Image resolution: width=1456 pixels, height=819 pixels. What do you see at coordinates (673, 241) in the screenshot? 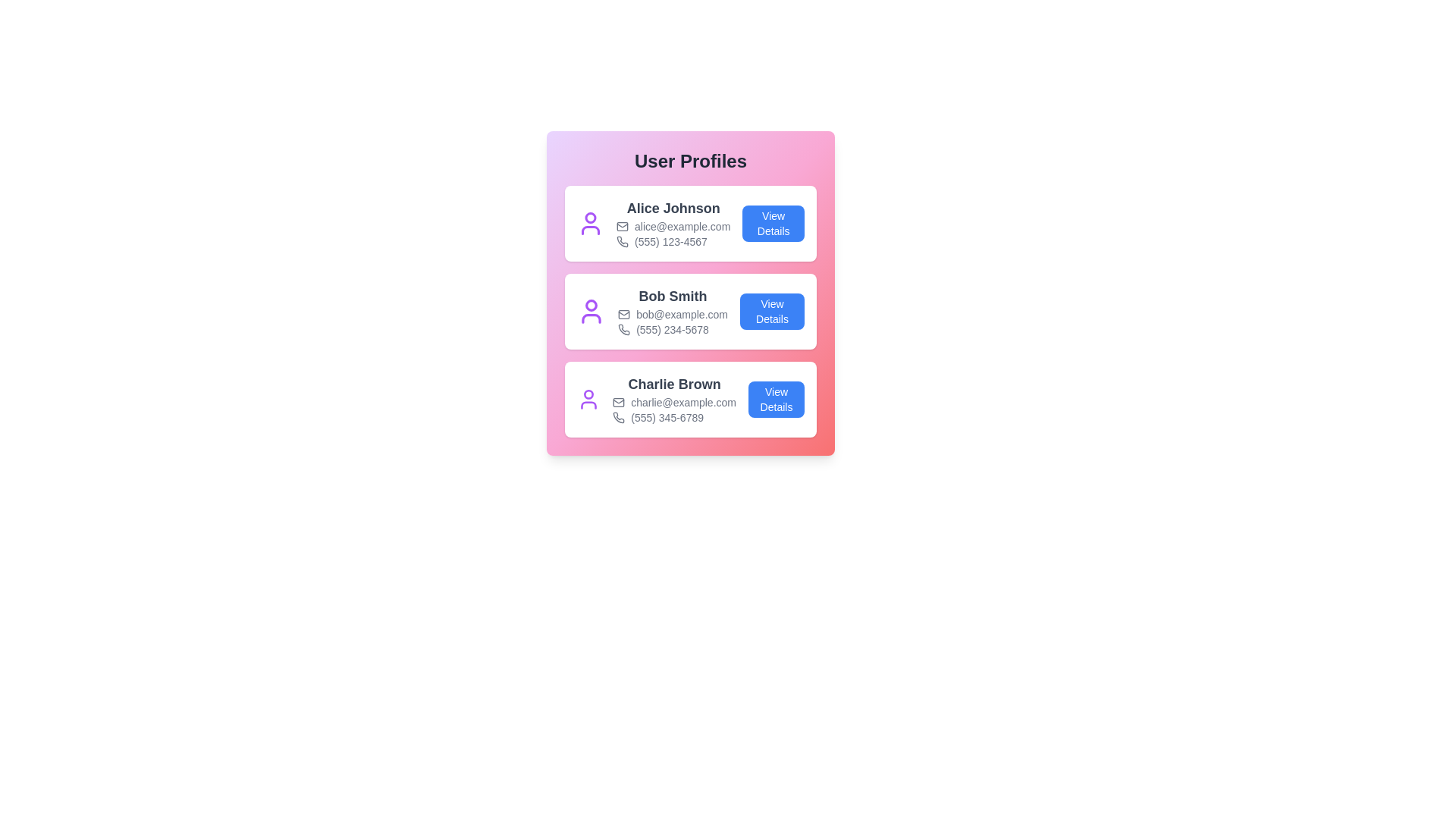
I see `the text content of phone for user Alice Johnson` at bounding box center [673, 241].